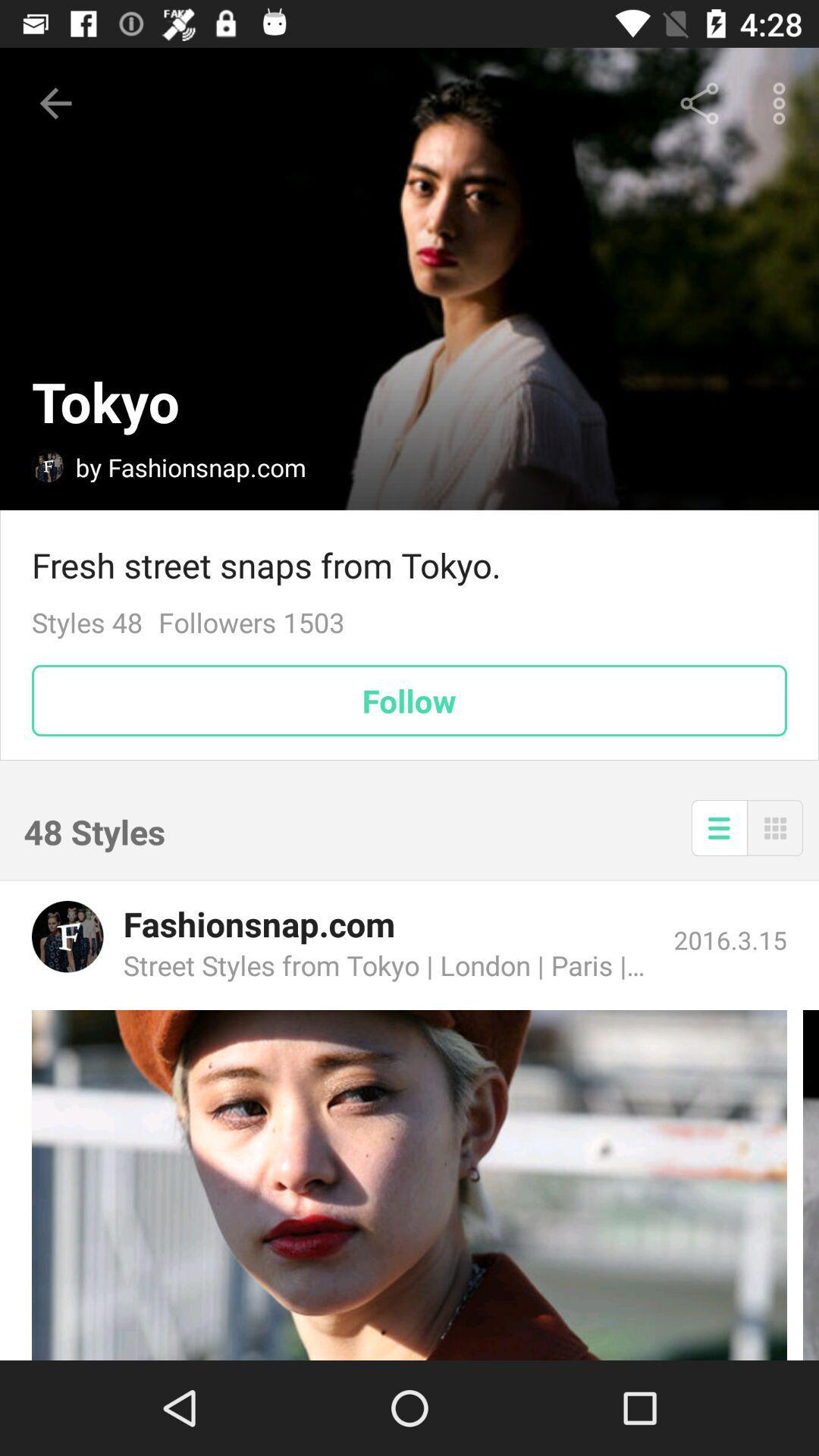 Image resolution: width=819 pixels, height=1456 pixels. What do you see at coordinates (55, 102) in the screenshot?
I see `the icon above the tokyo` at bounding box center [55, 102].